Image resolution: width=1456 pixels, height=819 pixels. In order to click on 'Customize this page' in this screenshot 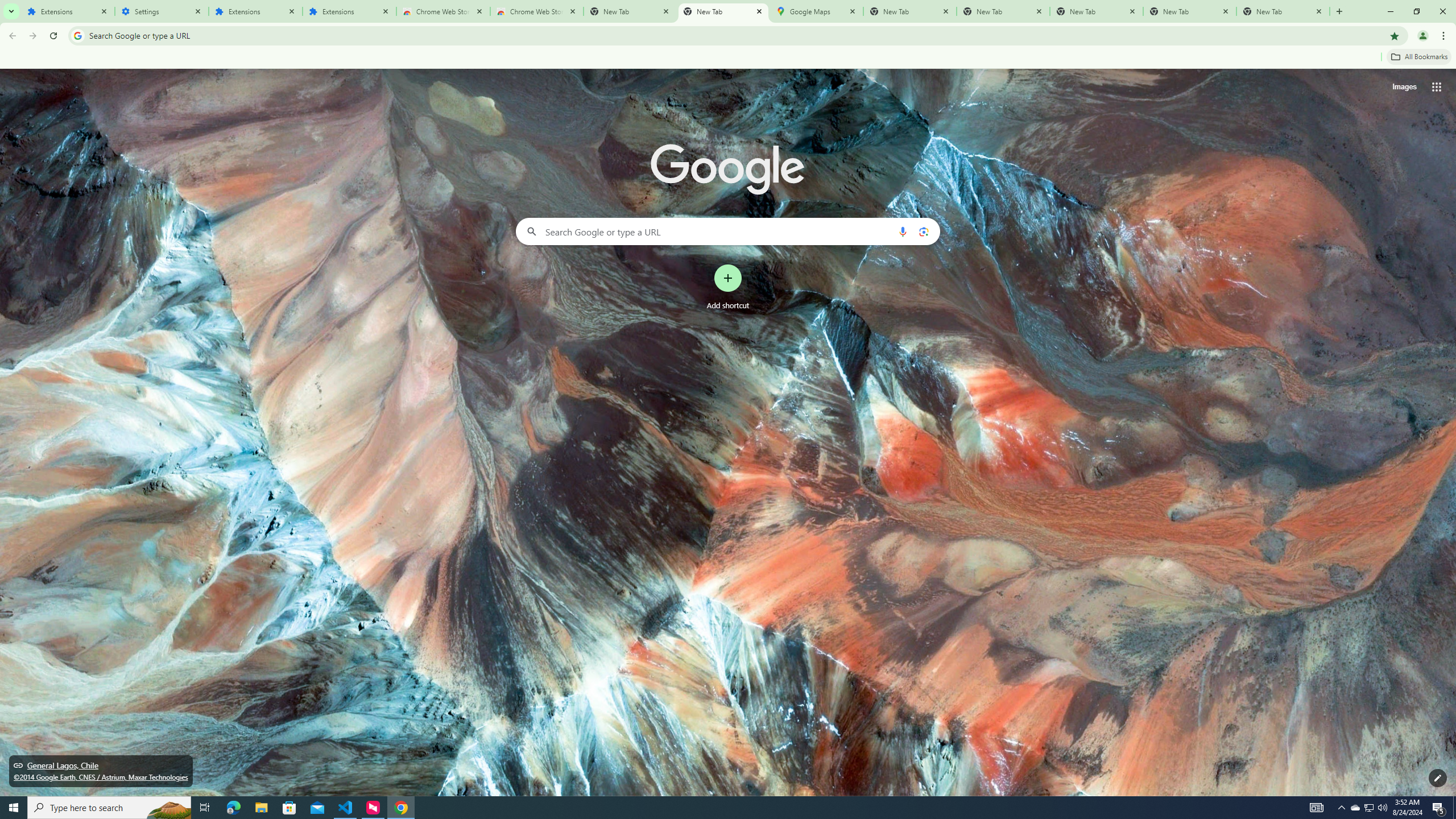, I will do `click(1437, 777)`.